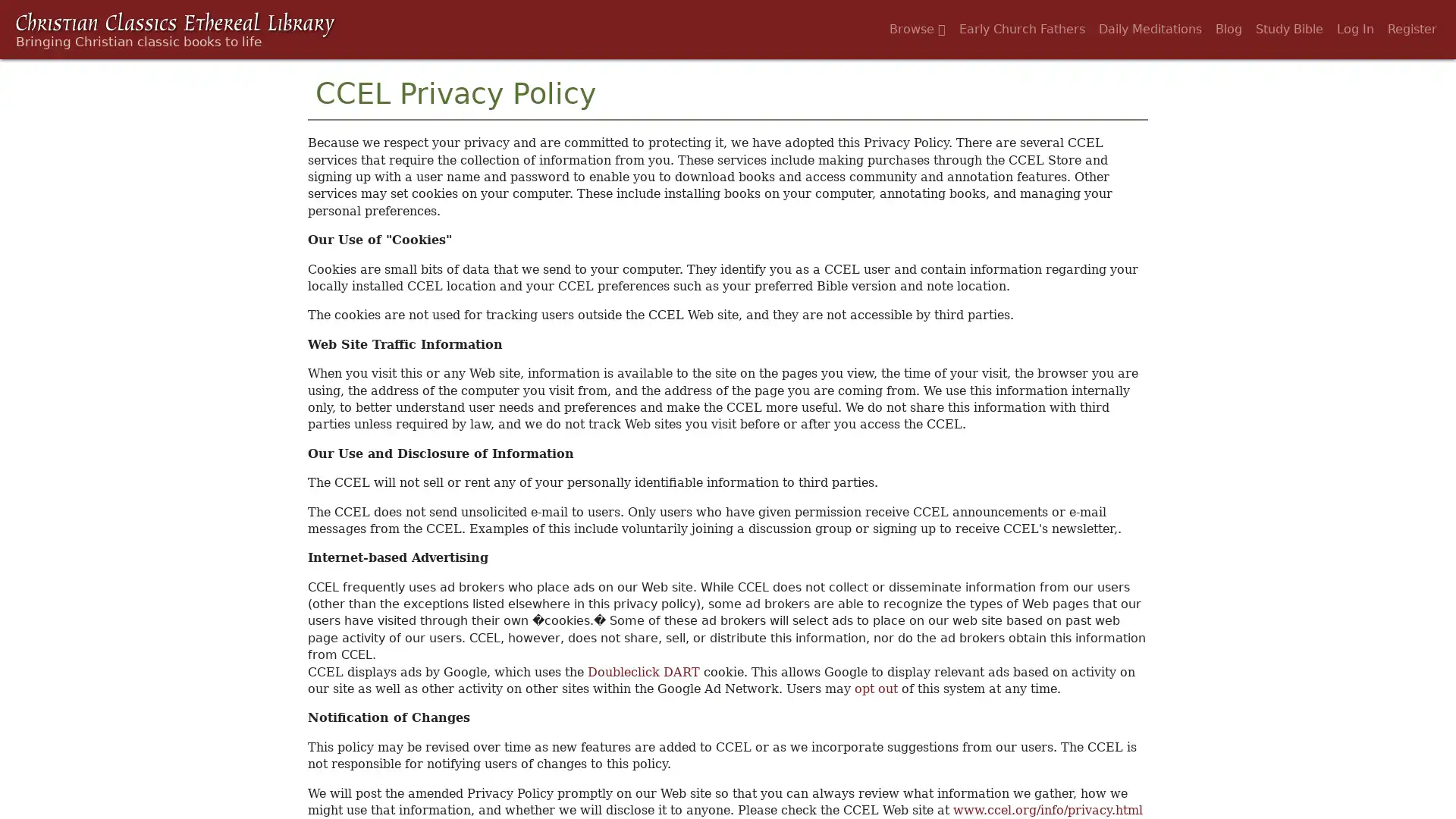 The height and width of the screenshot is (819, 1456). I want to click on Early Church Fathers, so click(1022, 29).